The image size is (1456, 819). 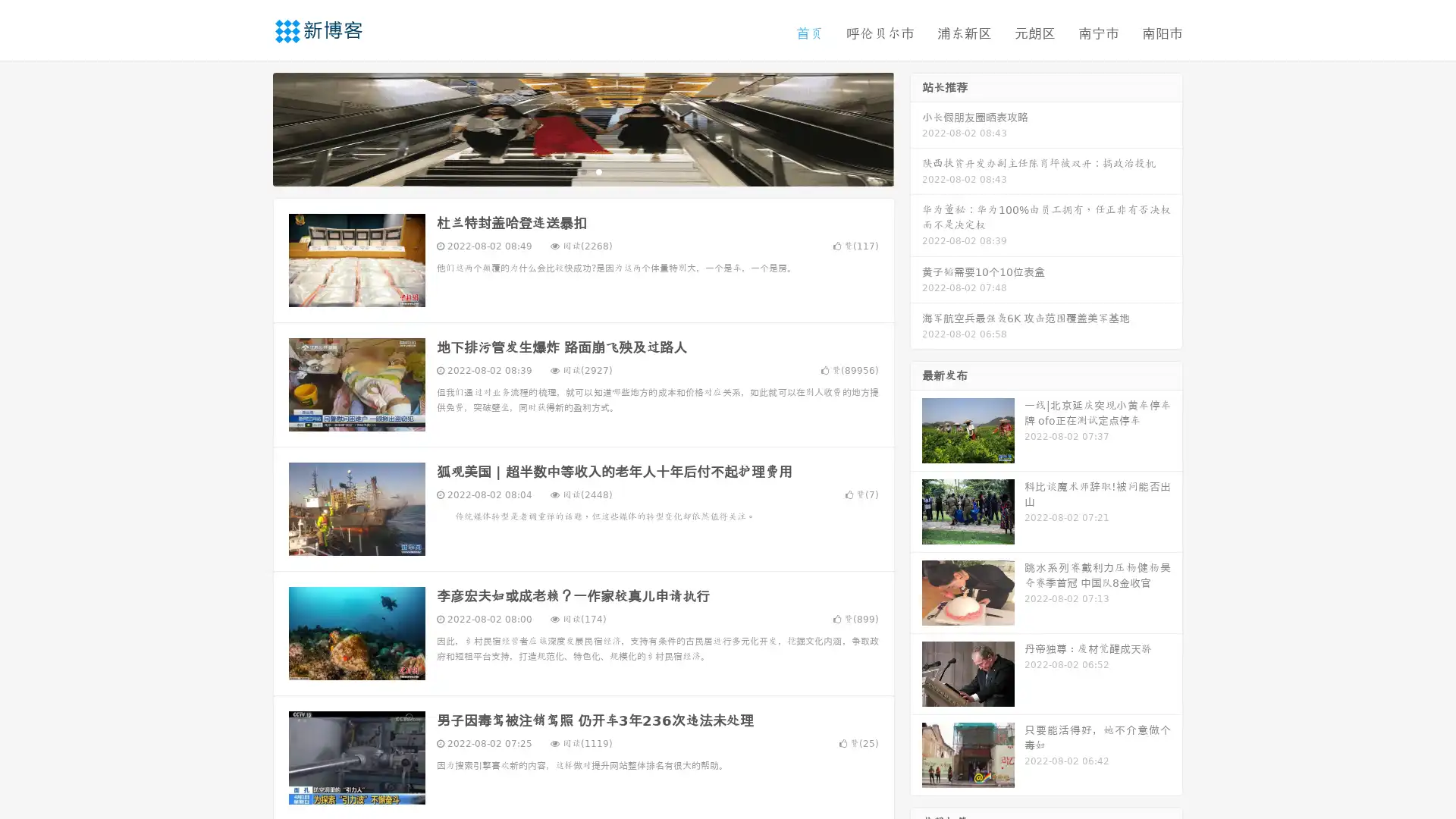 I want to click on Next slide, so click(x=916, y=127).